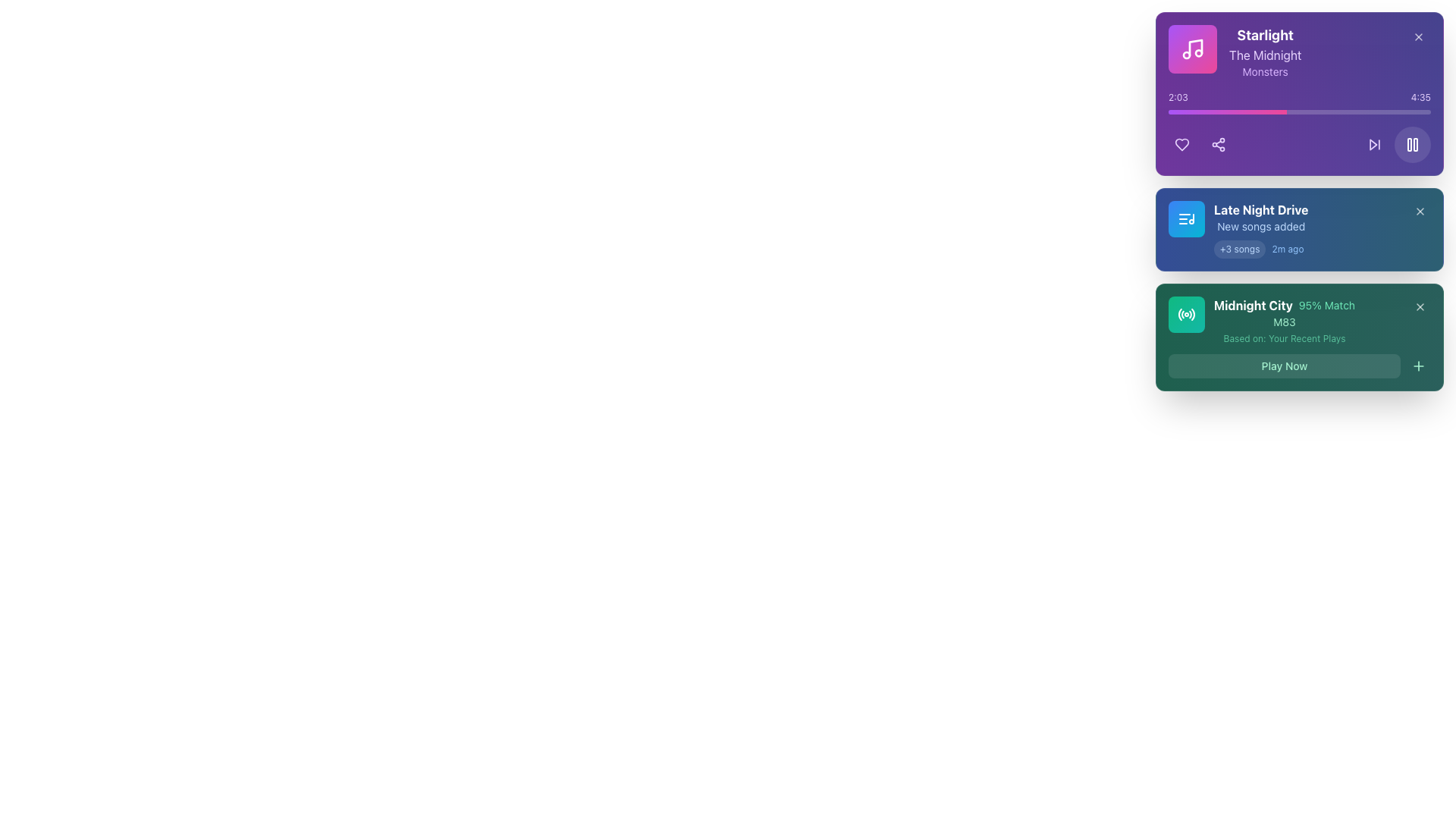 The height and width of the screenshot is (819, 1456). I want to click on the icon in the bottommost card titled 'Midnight City', which has a gradient green background and is located on the leftmost side of the card, so click(1185, 314).